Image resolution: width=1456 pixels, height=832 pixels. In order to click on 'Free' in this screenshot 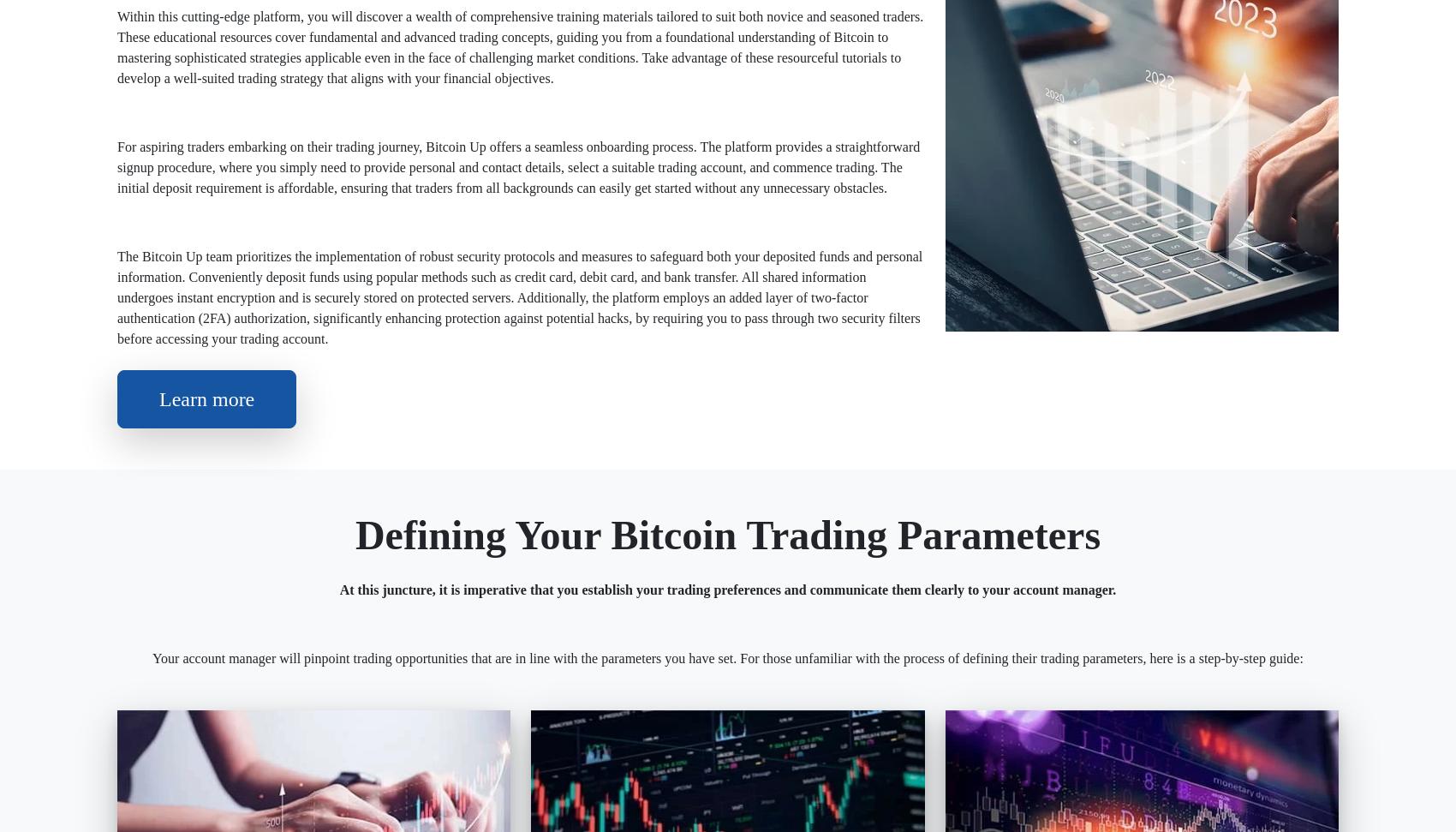, I will do `click(499, 208)`.